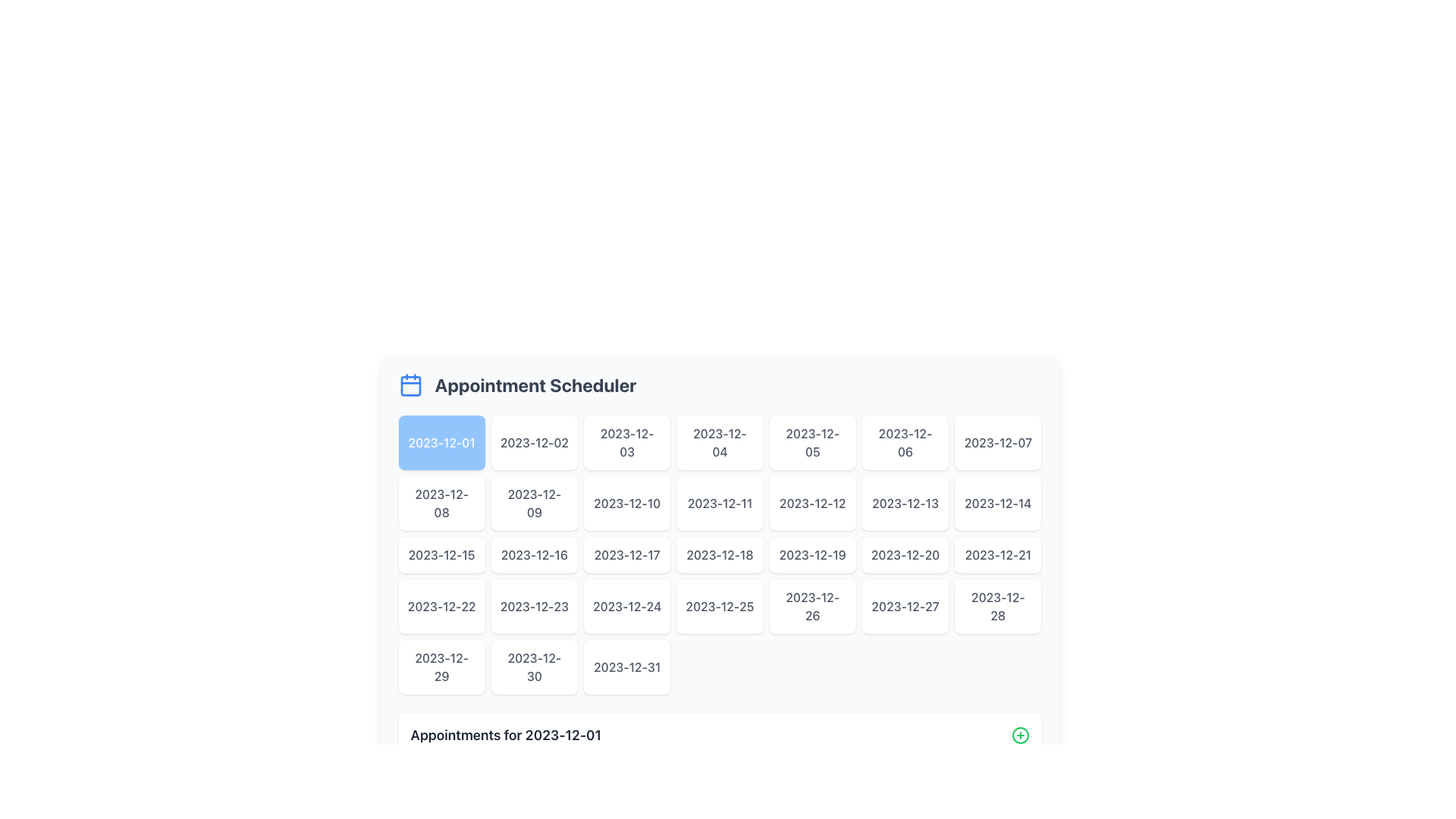 Image resolution: width=1456 pixels, height=819 pixels. I want to click on the date cell in the calendar grid, so click(719, 555).